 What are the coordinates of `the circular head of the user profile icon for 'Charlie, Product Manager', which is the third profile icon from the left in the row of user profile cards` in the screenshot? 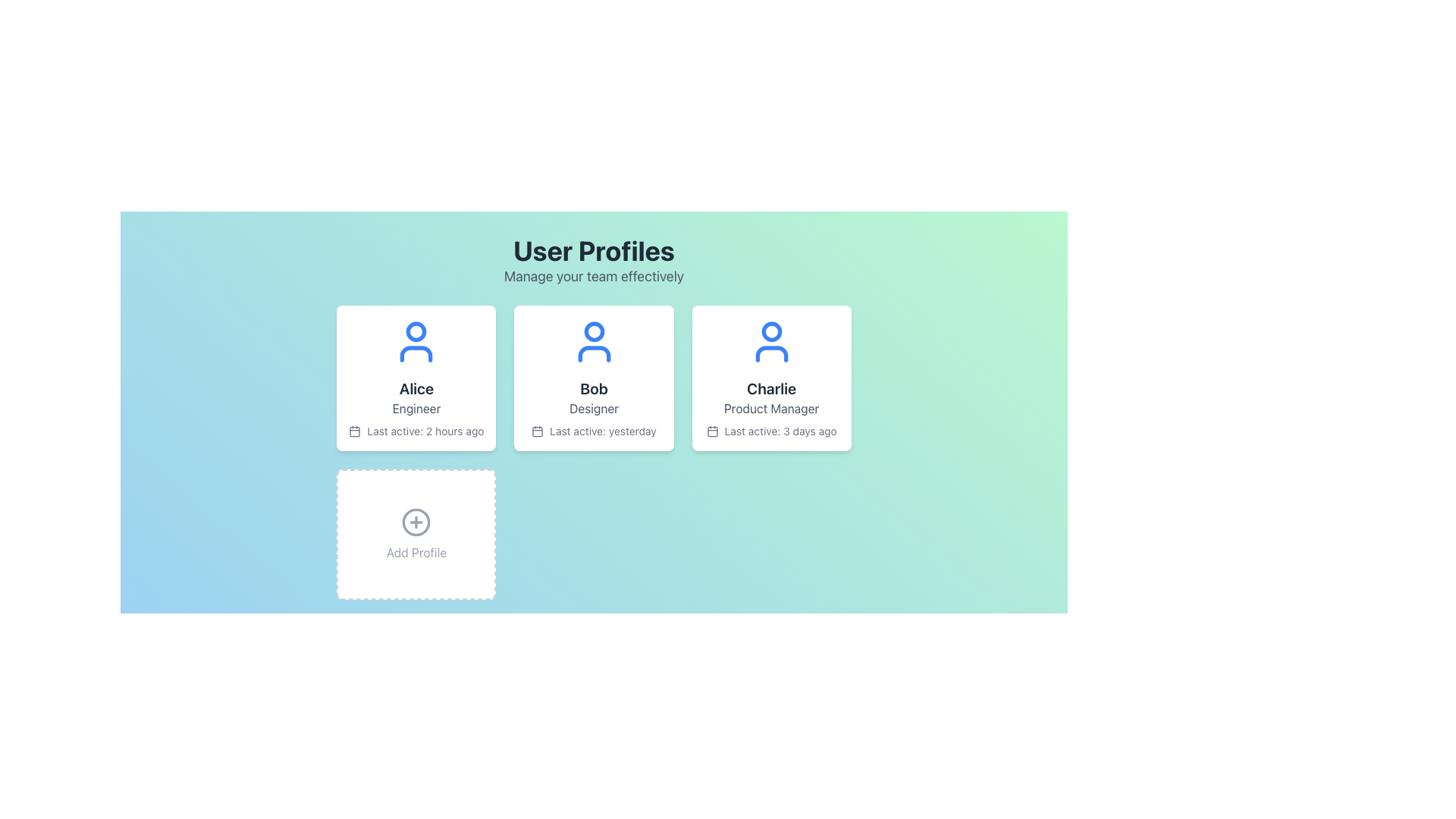 It's located at (771, 331).